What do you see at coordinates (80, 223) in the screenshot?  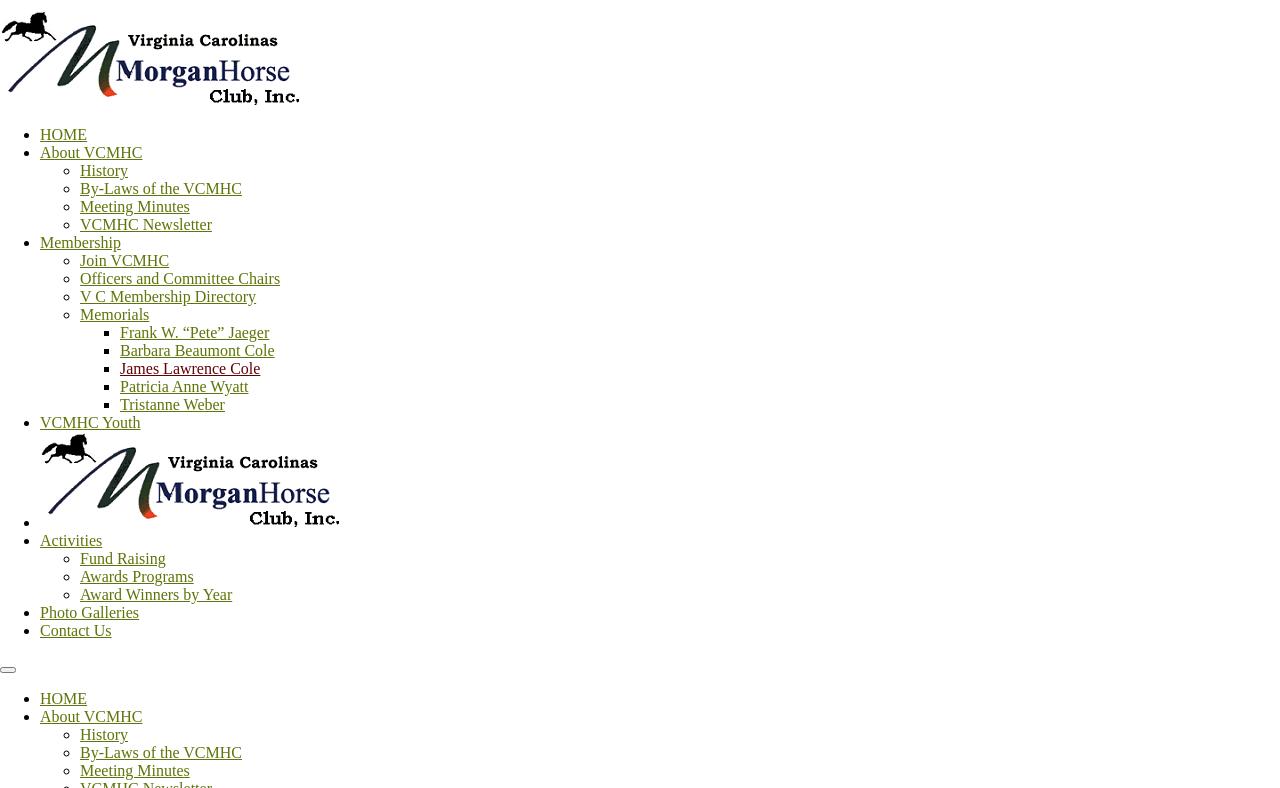 I see `'VCMHC Newsletter'` at bounding box center [80, 223].